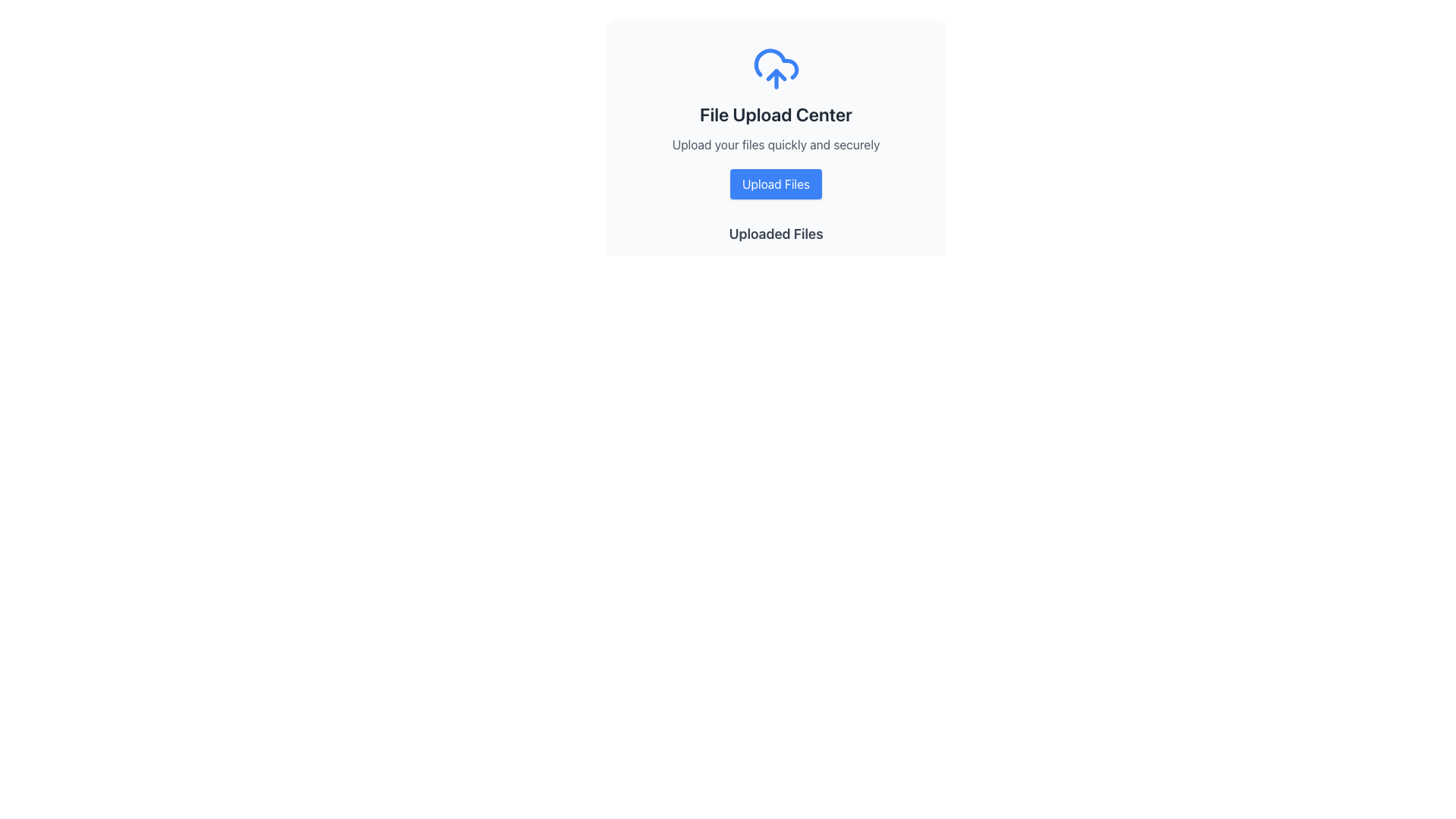 Image resolution: width=1456 pixels, height=819 pixels. Describe the element at coordinates (776, 69) in the screenshot. I see `the blue cloud-shaped icon with an upward arrow located at the top of the 'File Upload Center' section` at that location.